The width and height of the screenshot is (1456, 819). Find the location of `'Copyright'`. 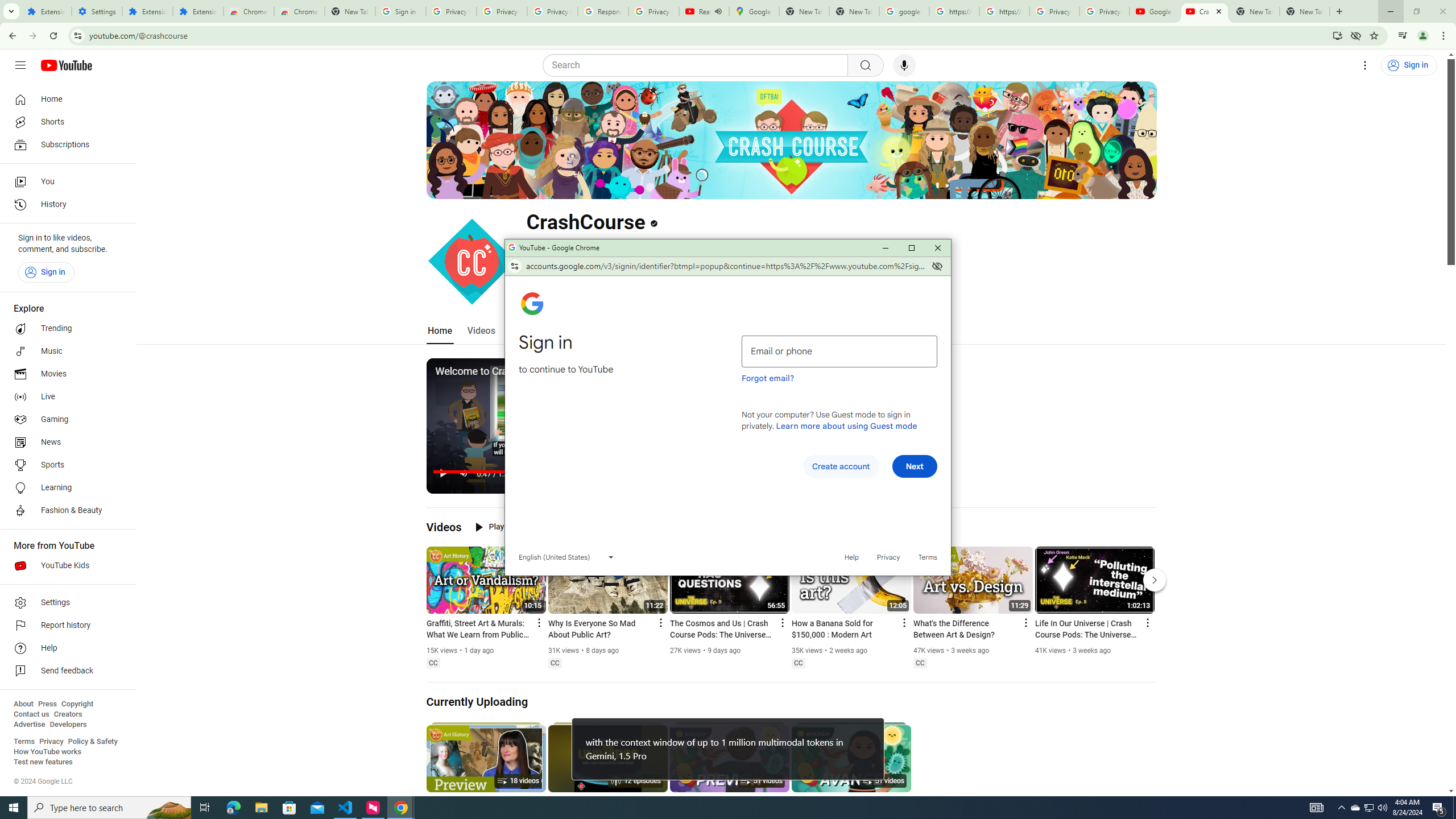

'Copyright' is located at coordinates (76, 704).